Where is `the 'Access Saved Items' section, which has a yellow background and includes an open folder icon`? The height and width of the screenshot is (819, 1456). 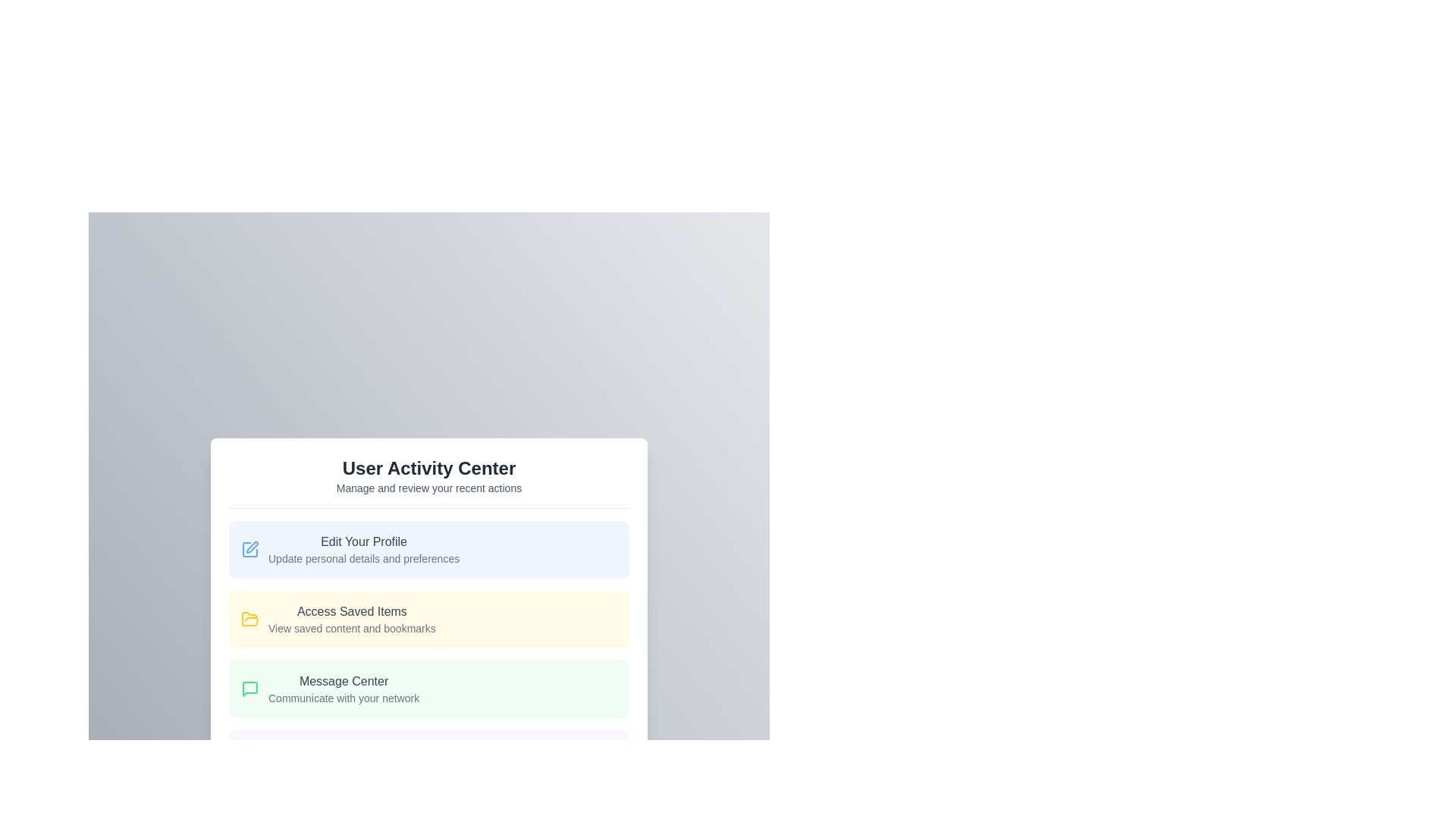
the 'Access Saved Items' section, which has a yellow background and includes an open folder icon is located at coordinates (428, 622).